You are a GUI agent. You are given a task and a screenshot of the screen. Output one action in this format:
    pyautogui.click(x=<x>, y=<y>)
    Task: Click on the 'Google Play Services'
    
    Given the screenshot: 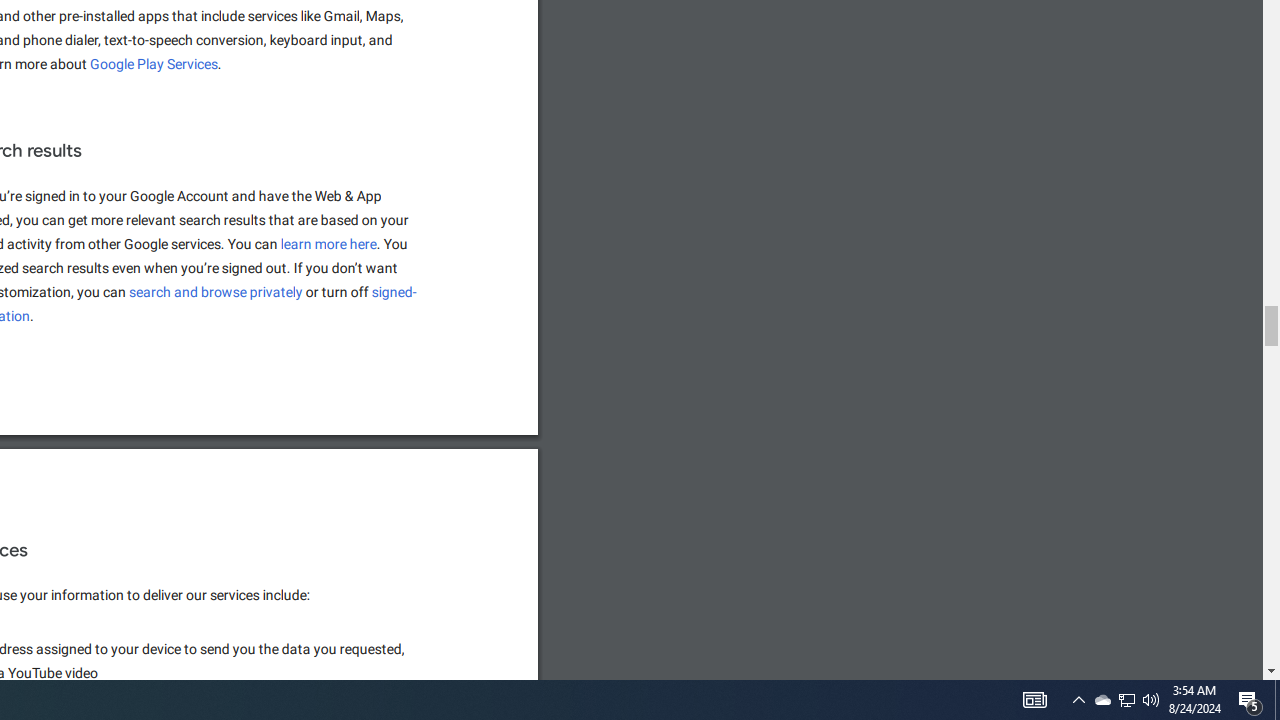 What is the action you would take?
    pyautogui.click(x=153, y=63)
    